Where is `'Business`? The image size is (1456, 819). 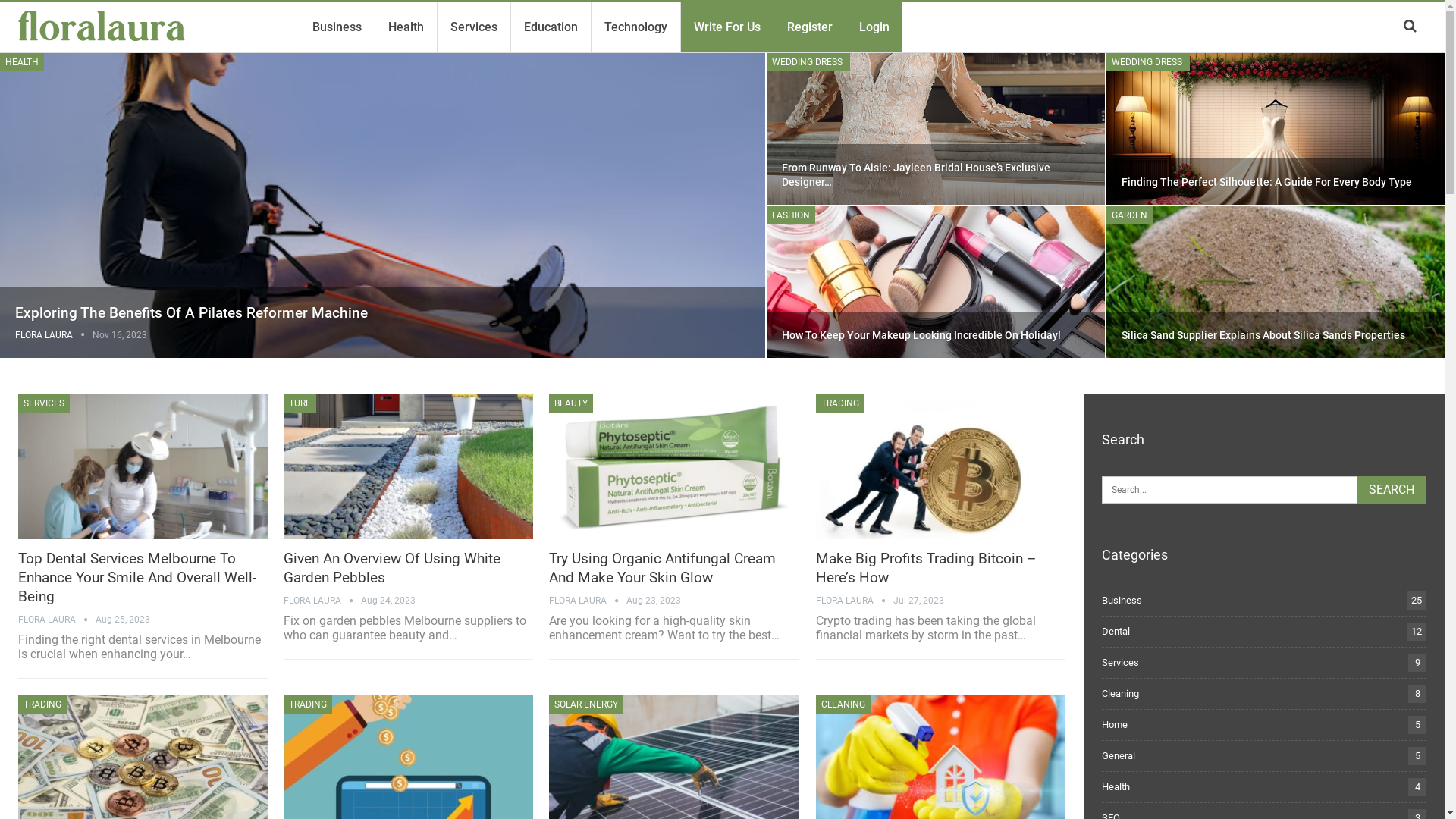
'Business is located at coordinates (1102, 599).